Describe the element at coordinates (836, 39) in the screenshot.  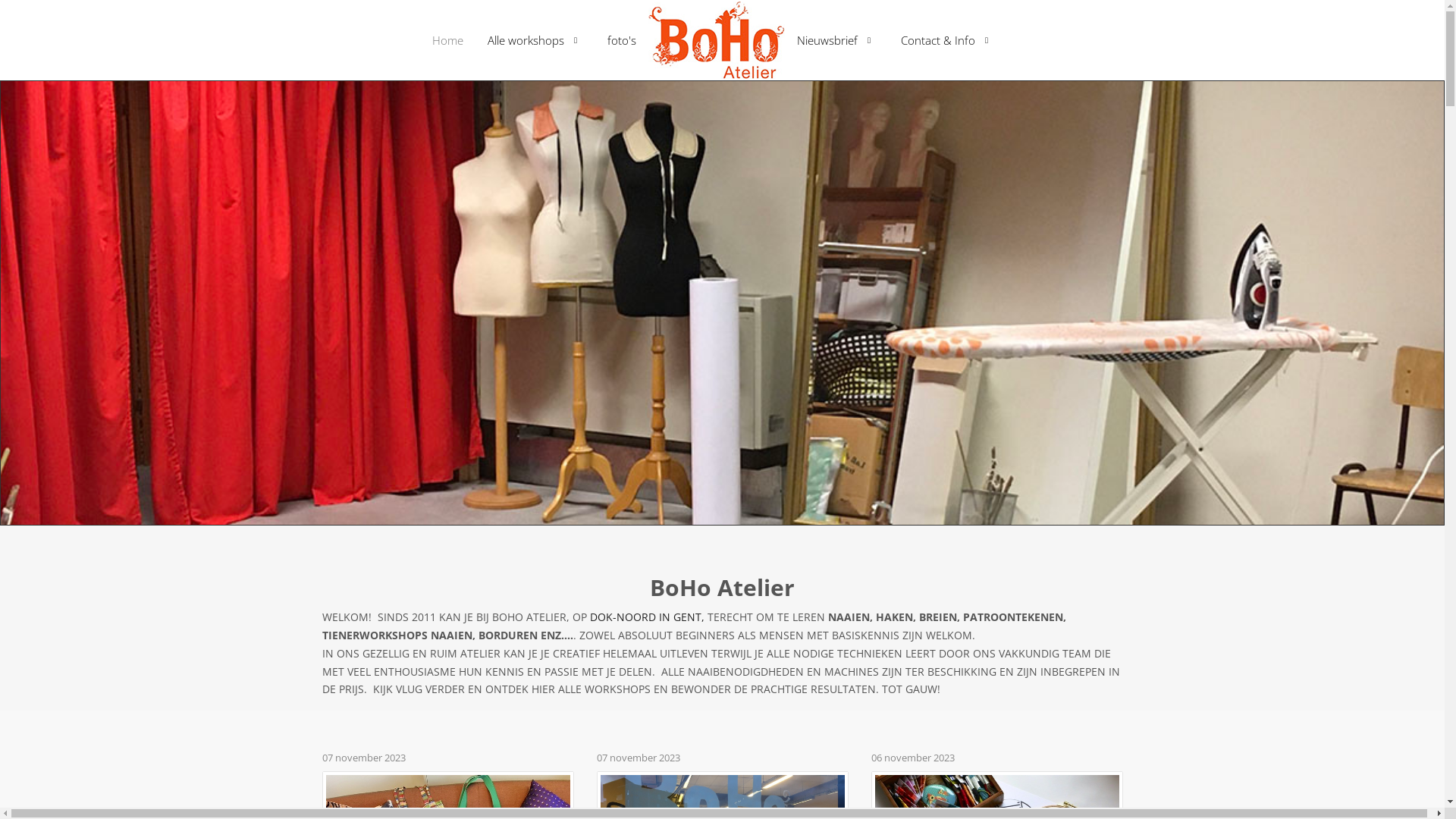
I see `'Nieuwsbrief'` at that location.